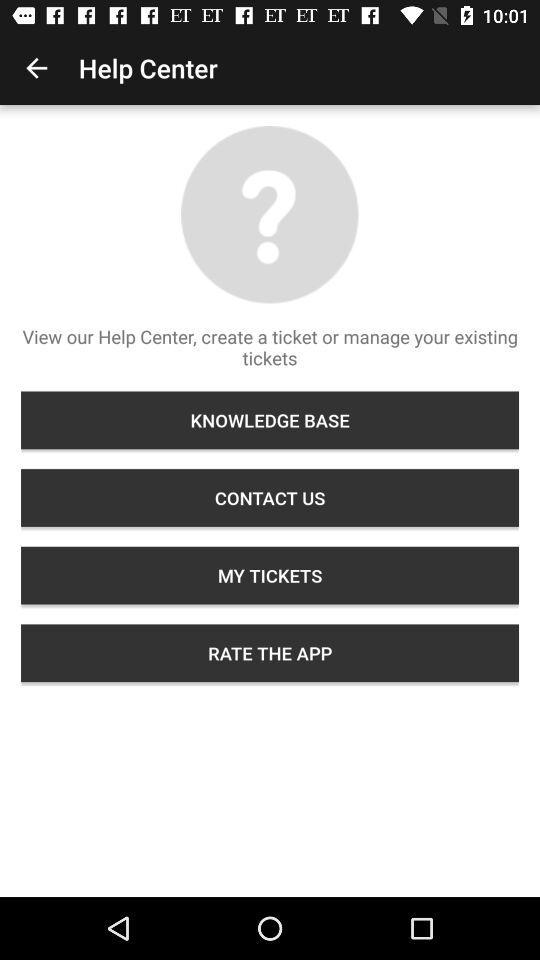 This screenshot has height=960, width=540. What do you see at coordinates (36, 68) in the screenshot?
I see `the item above the view our help icon` at bounding box center [36, 68].